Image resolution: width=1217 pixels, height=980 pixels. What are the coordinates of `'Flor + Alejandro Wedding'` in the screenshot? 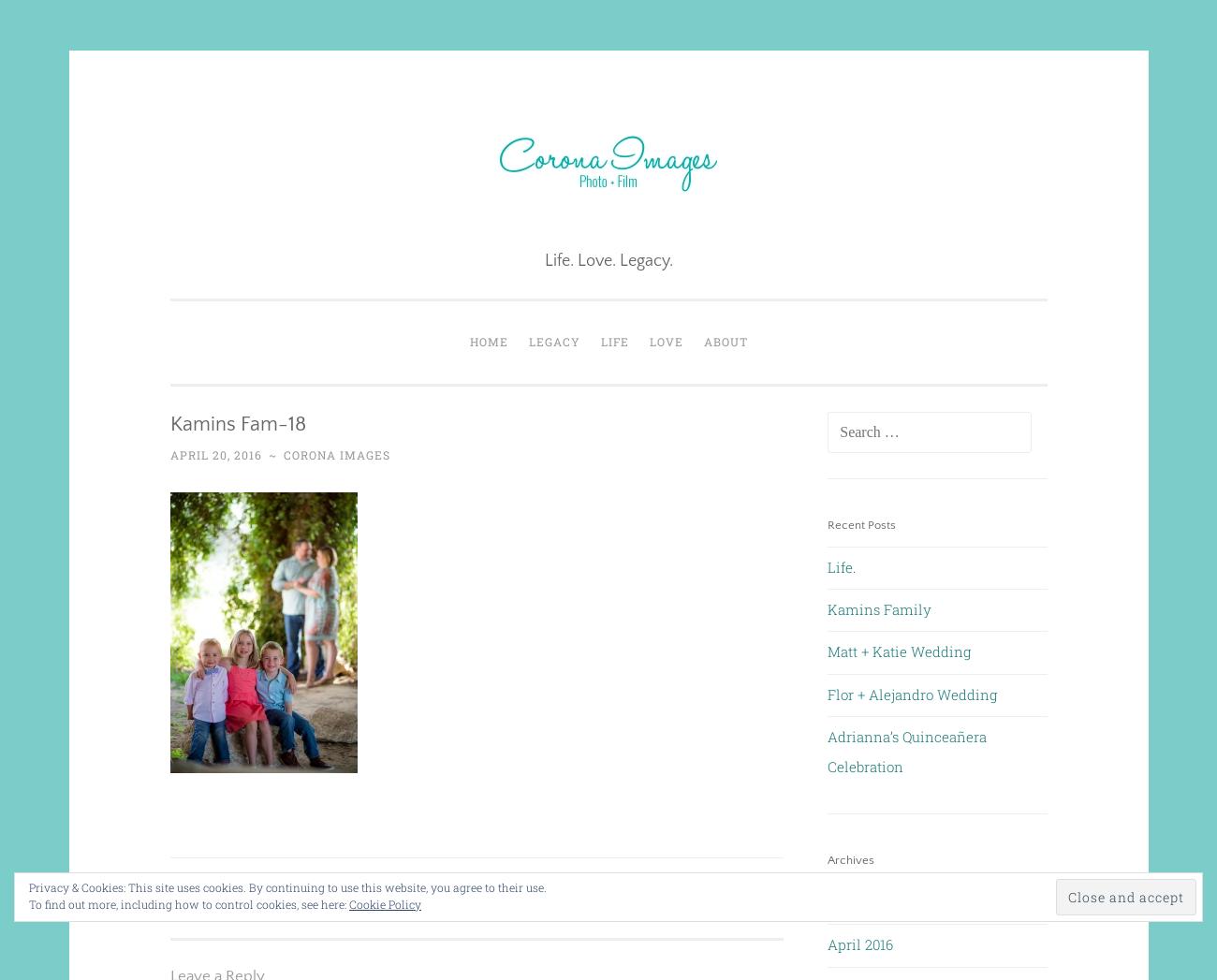 It's located at (912, 693).